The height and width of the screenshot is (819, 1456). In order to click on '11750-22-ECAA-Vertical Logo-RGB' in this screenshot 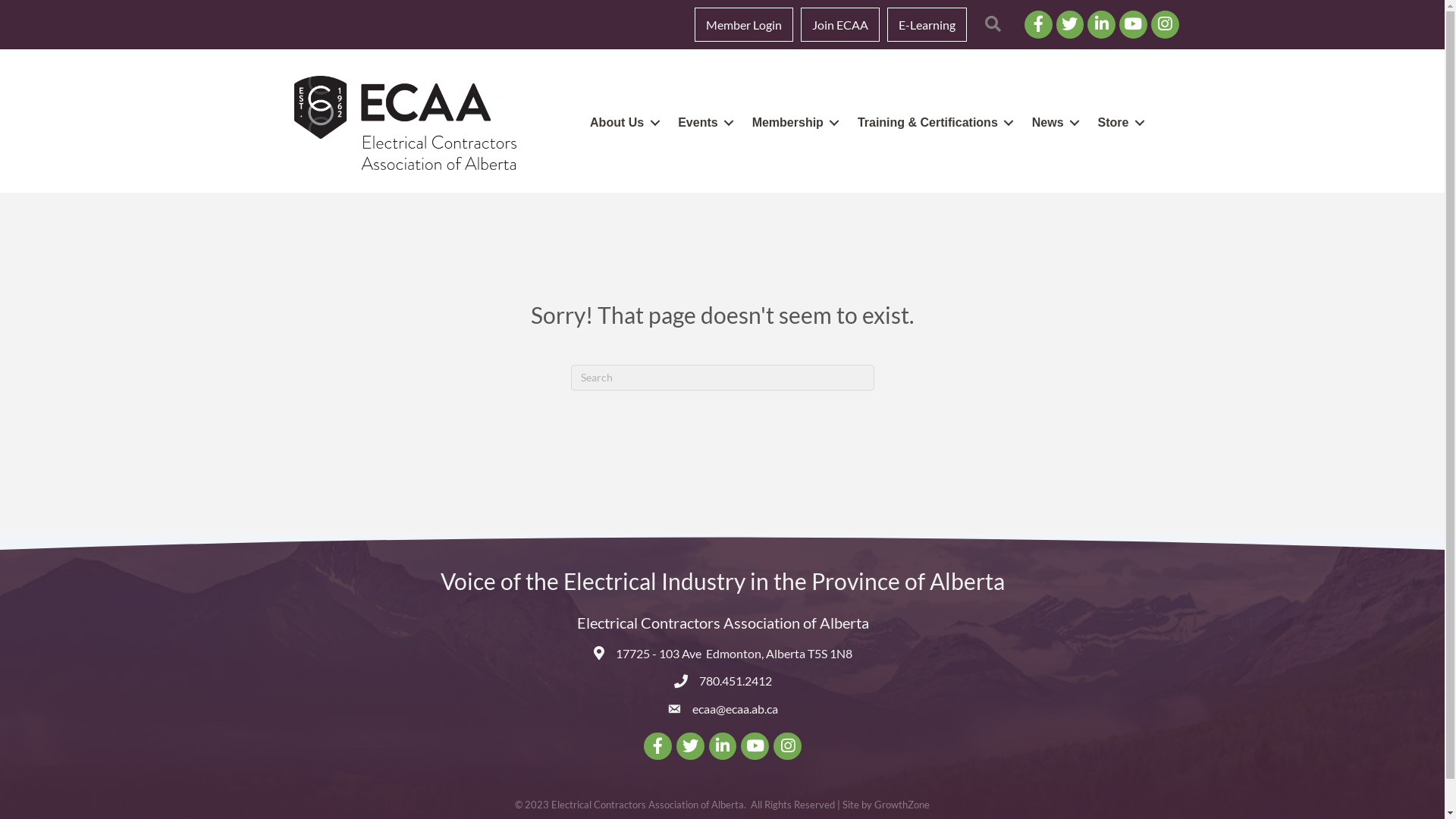, I will do `click(294, 121)`.